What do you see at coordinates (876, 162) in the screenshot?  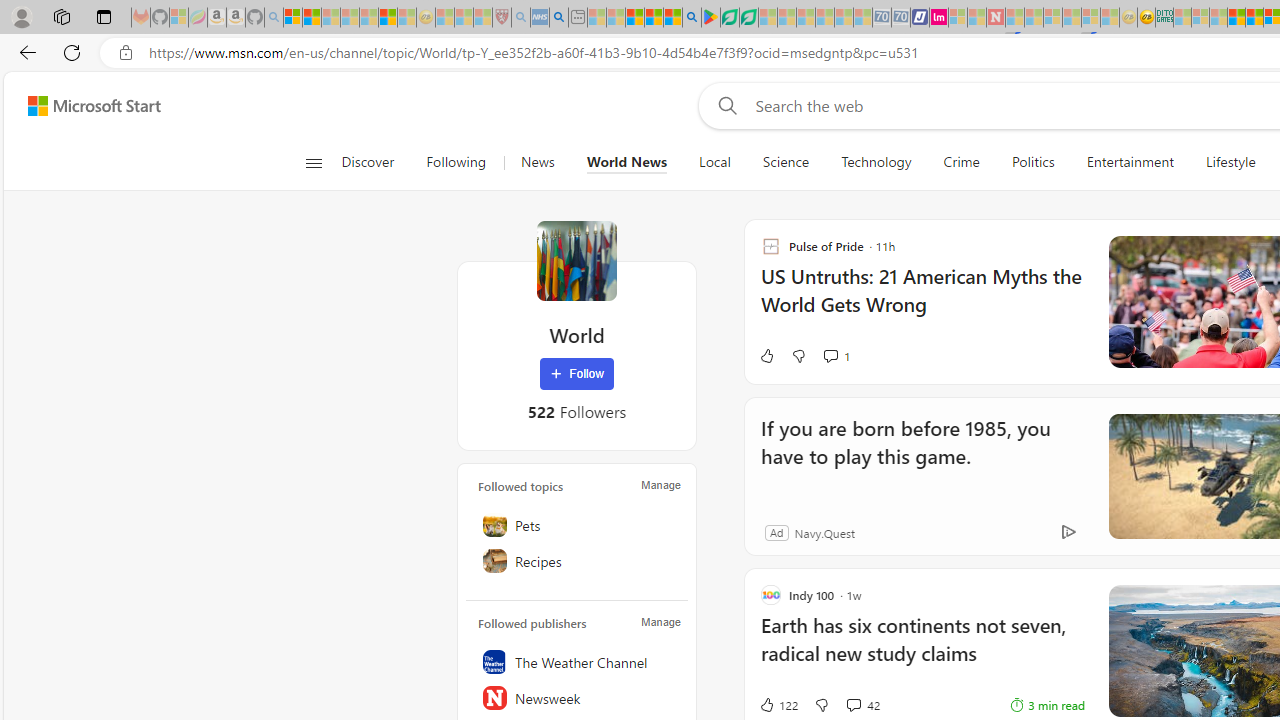 I see `'Technology'` at bounding box center [876, 162].